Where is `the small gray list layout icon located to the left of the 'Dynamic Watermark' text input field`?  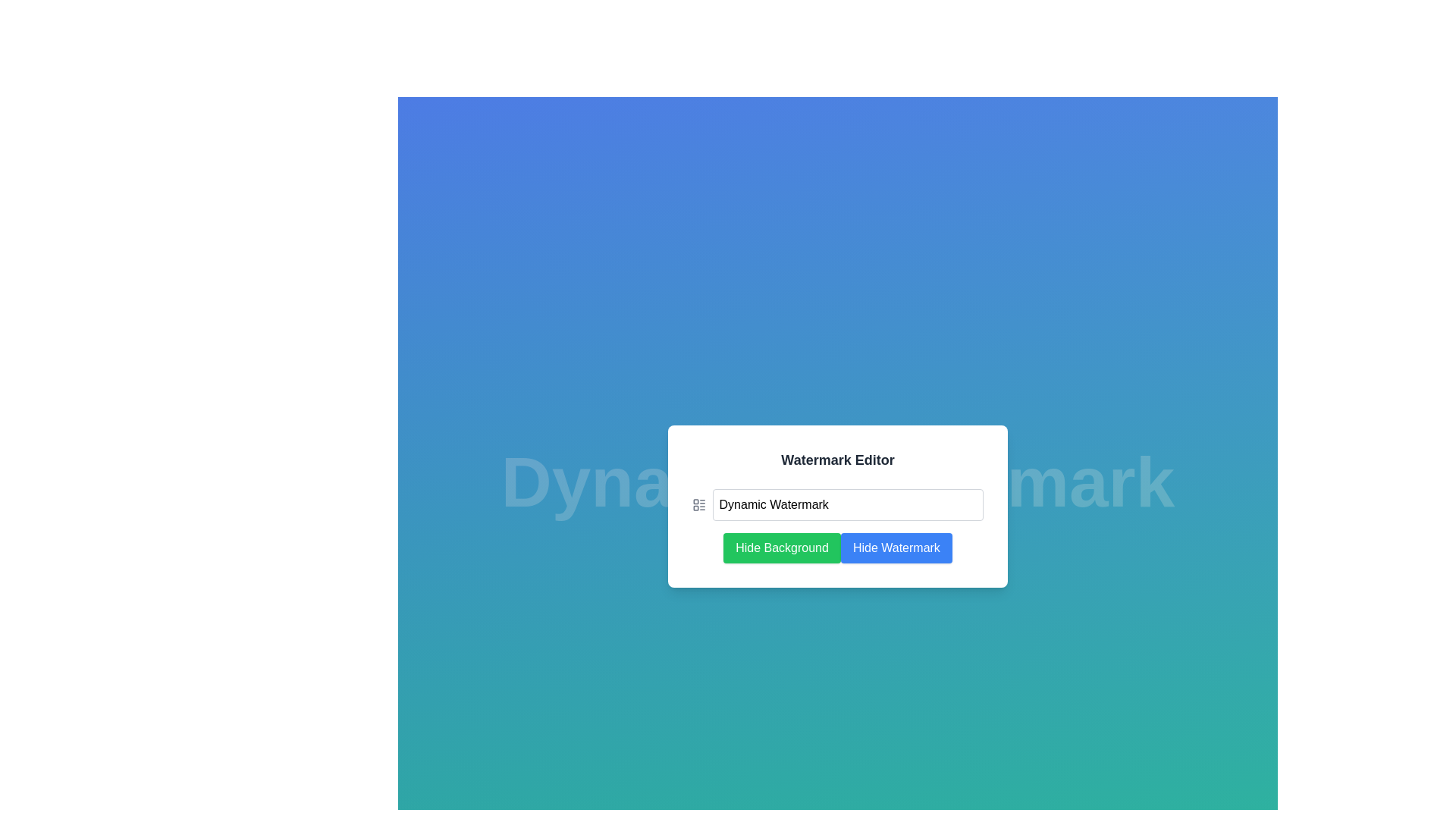
the small gray list layout icon located to the left of the 'Dynamic Watermark' text input field is located at coordinates (698, 505).